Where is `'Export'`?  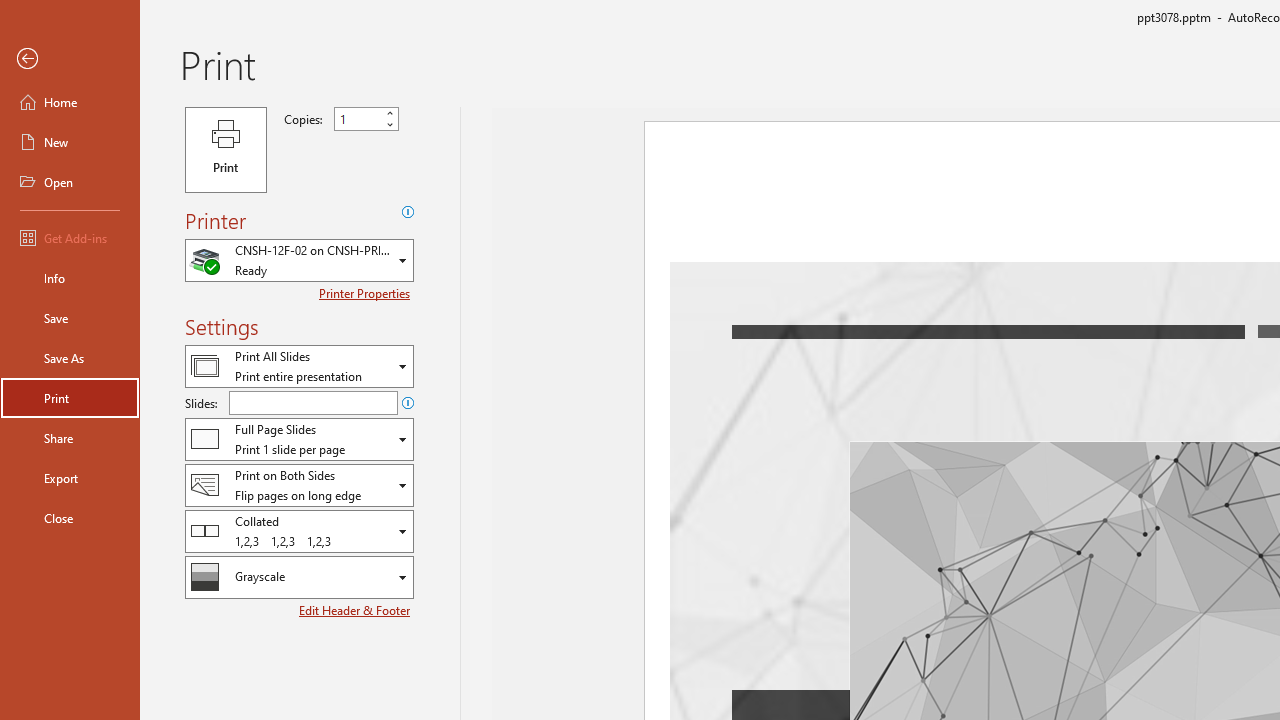 'Export' is located at coordinates (69, 478).